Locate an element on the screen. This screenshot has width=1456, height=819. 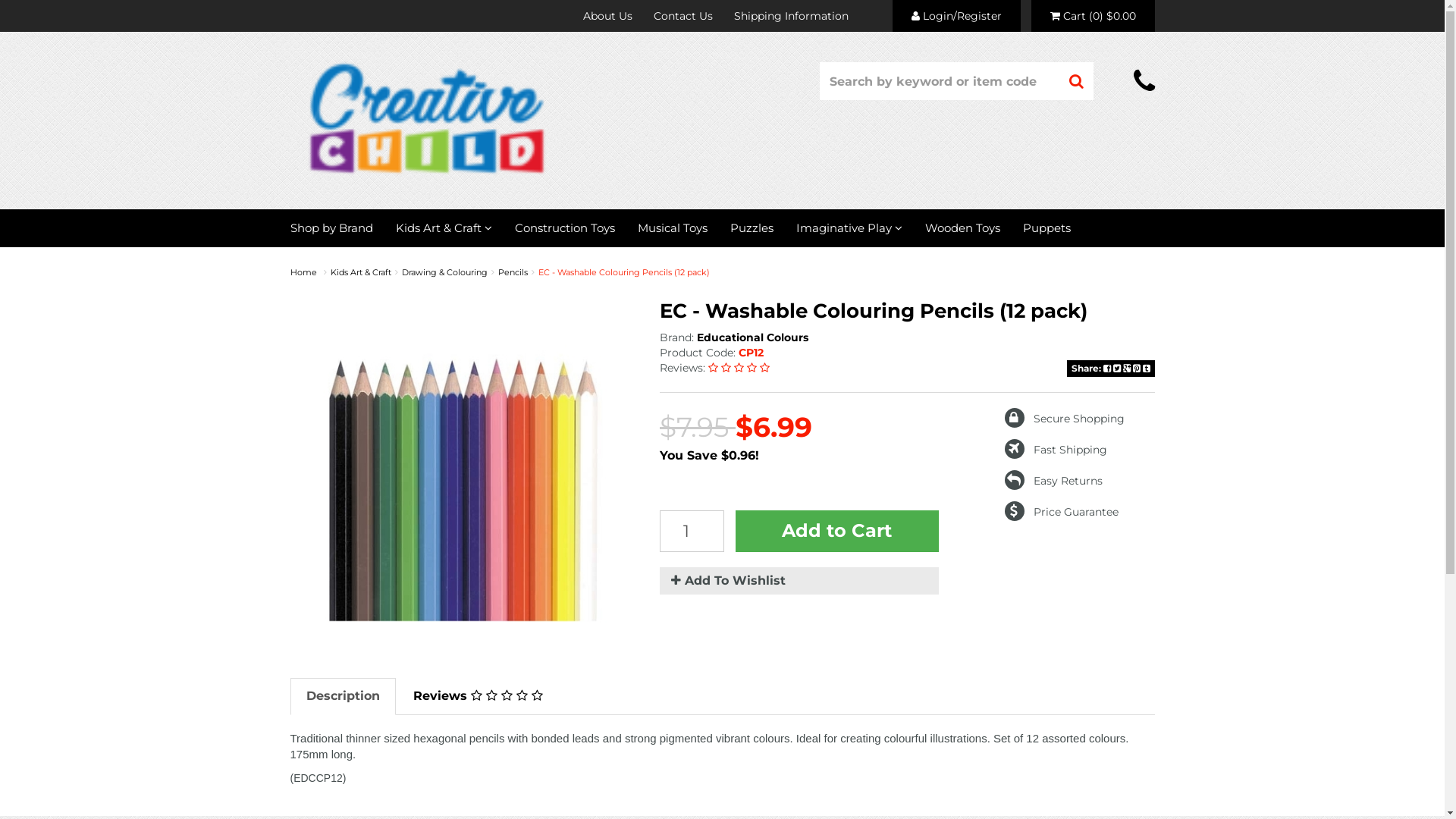
' Secure Shopping' is located at coordinates (1063, 418).